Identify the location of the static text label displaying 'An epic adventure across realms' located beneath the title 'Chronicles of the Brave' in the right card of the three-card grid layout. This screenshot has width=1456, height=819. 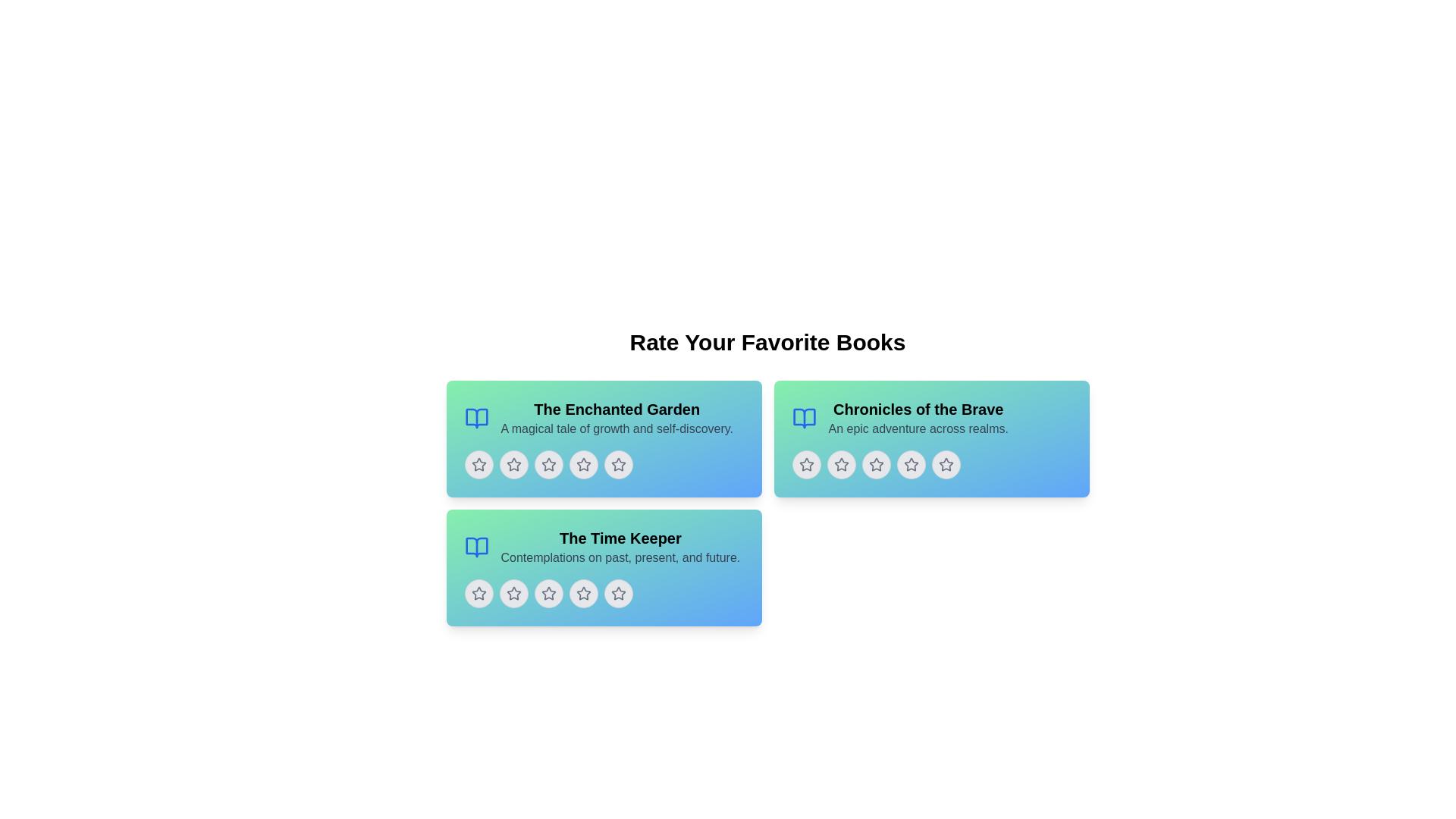
(918, 429).